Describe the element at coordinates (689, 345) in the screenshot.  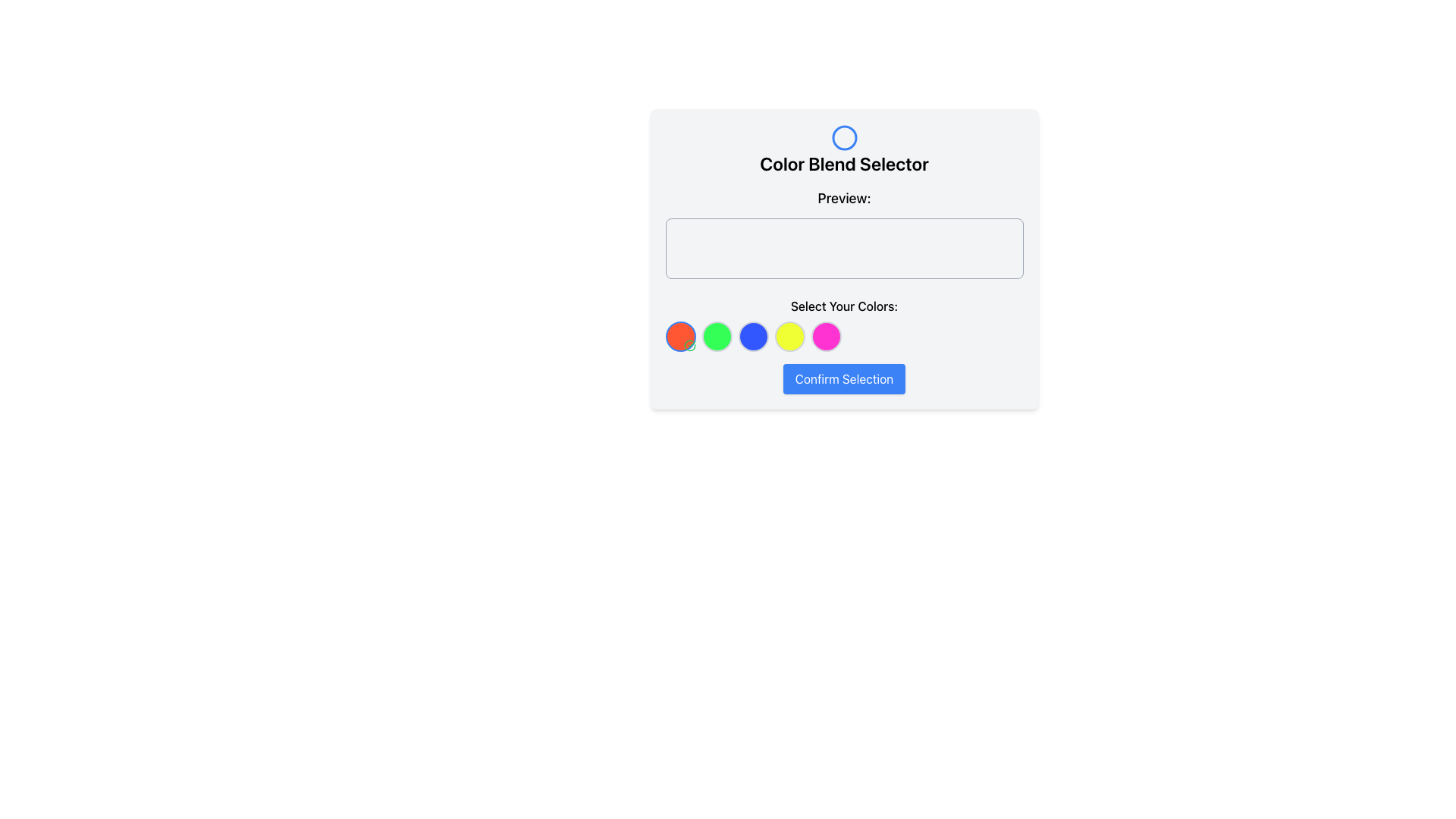
I see `the compact SVG icon with a green stroke, which is part of a circular red button on the leftmost side of a row of colorful buttons, located below the 'Select Your Colors:' label` at that location.